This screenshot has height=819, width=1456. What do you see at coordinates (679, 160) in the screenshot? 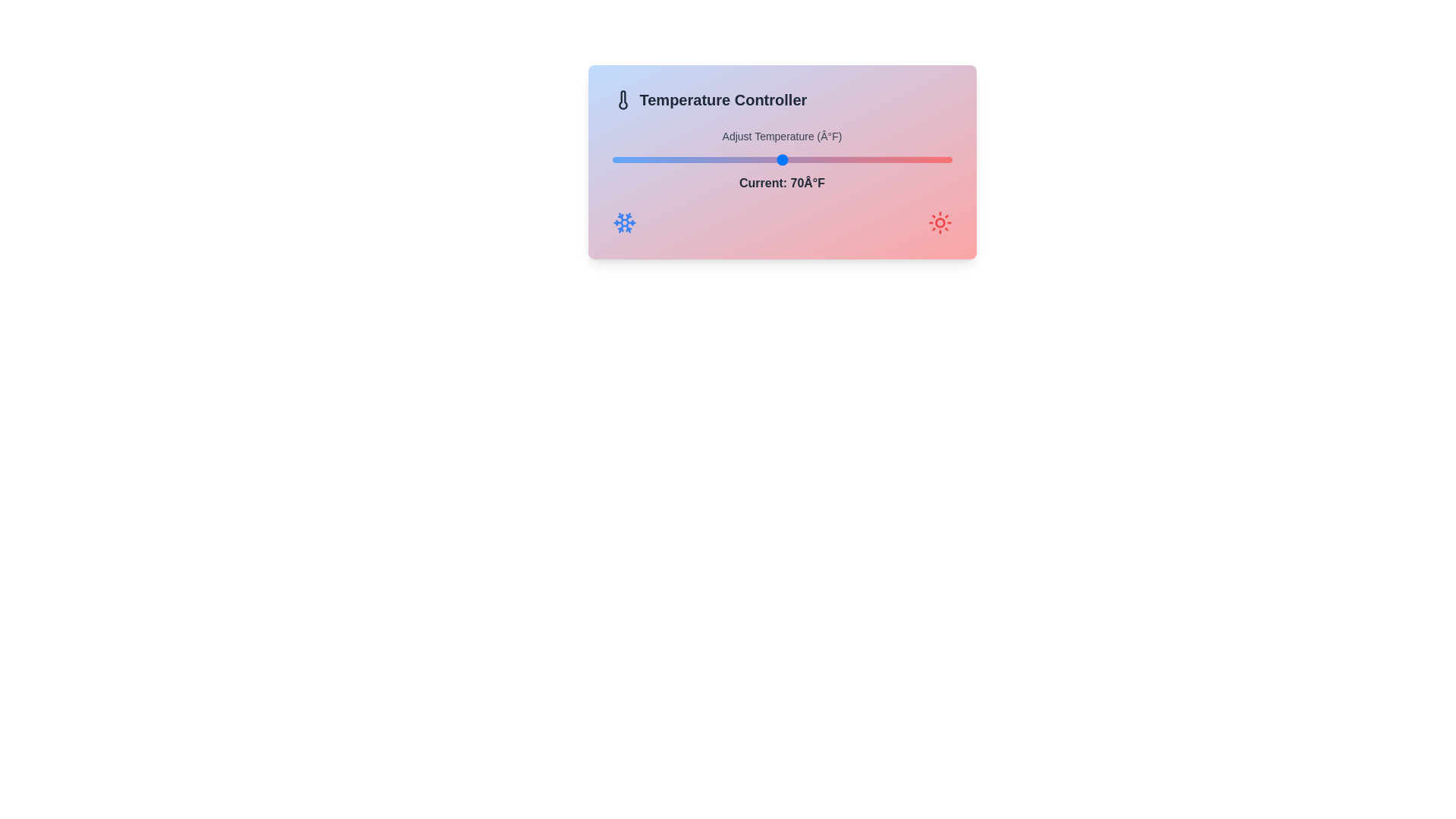
I see `the temperature to 58 degrees Fahrenheit using the slider` at bounding box center [679, 160].